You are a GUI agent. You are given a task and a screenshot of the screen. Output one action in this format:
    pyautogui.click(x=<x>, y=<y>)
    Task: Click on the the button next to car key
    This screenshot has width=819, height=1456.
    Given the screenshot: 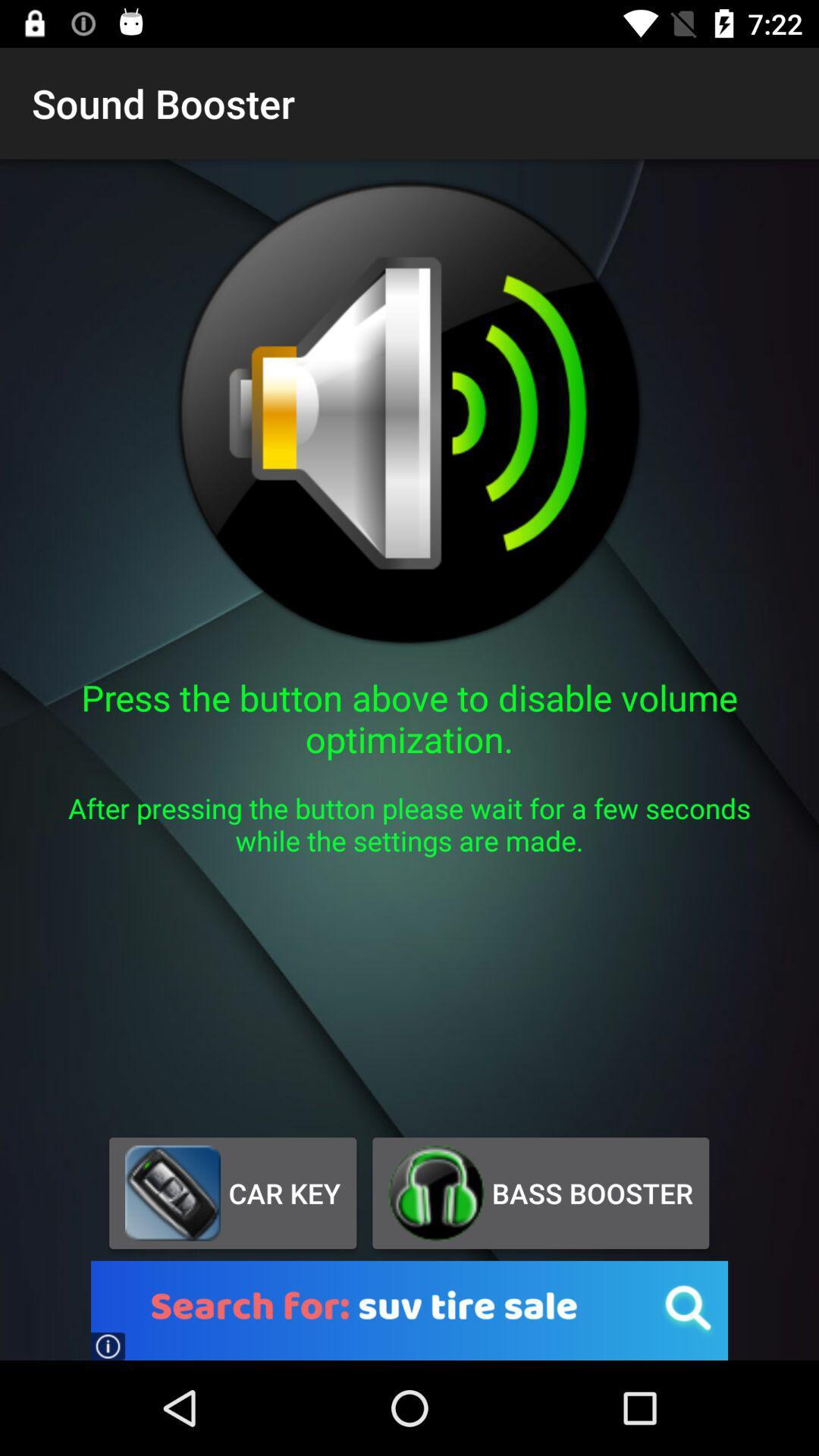 What is the action you would take?
    pyautogui.click(x=540, y=1192)
    